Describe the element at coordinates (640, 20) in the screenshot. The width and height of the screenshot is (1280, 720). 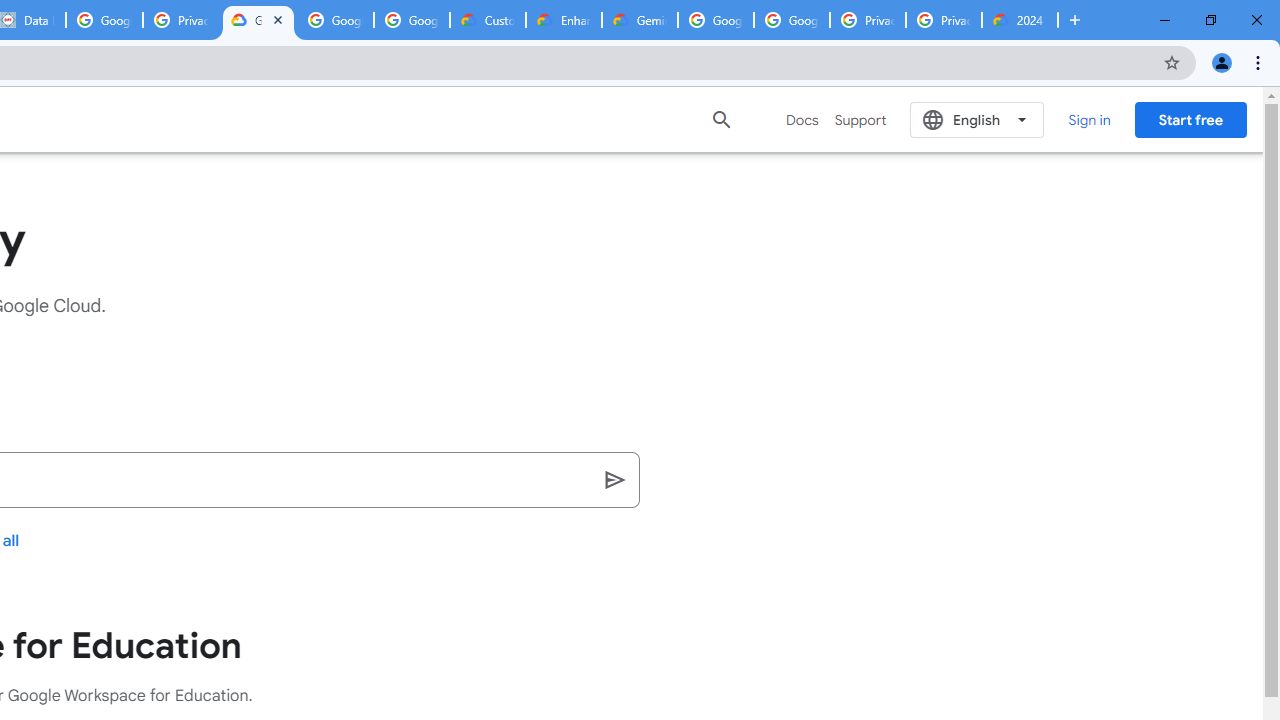
I see `'Gemini for Business and Developers | Google Cloud'` at that location.